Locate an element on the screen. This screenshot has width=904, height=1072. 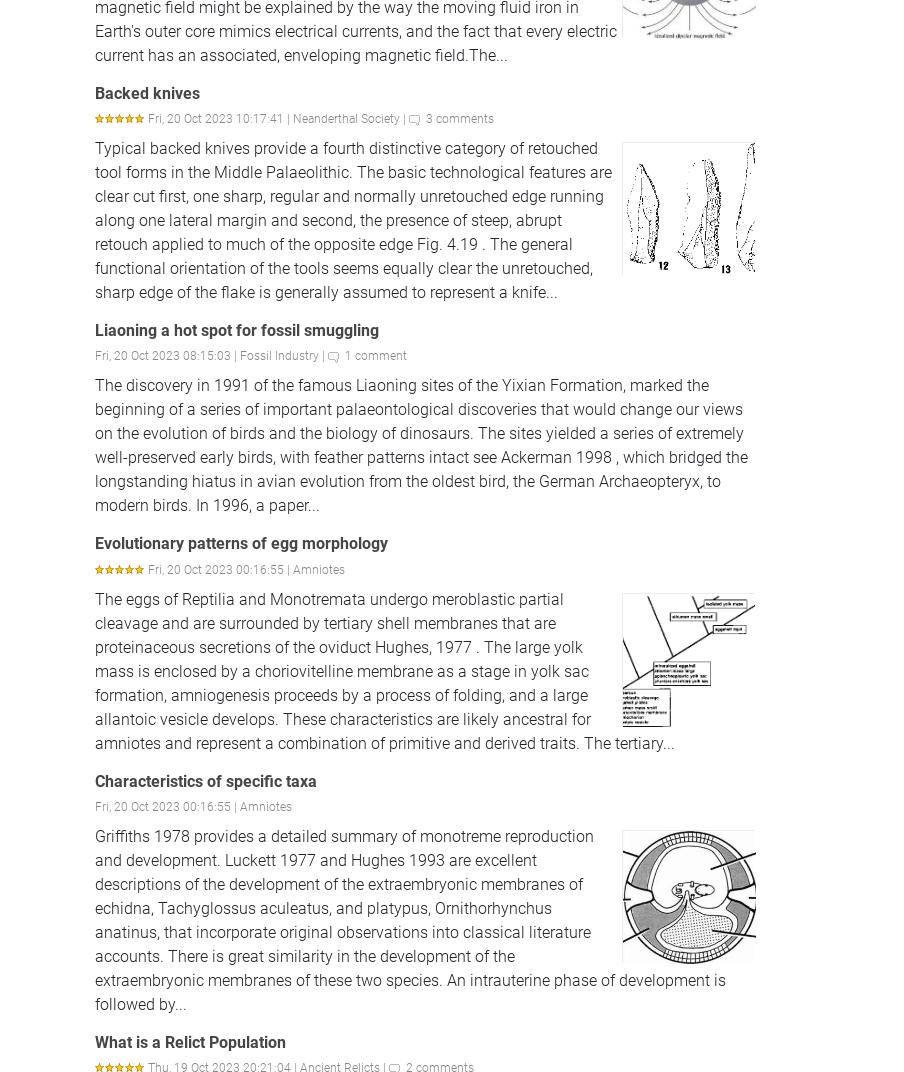
'Griffiths 1978 provides a detailed summary of monotreme reproduction and development. Luckett 1977 and Hughes 1993 are excellent descriptions of the development of the extraembryonic membranes of echidna, Tachyglossus aculeatus, and platypus, Ornithorhynchus anatinus, that incorporate original observations into classical literature accounts. There is great similarity in the development of the extraembryonic membranes of these two species. An intrauterine phase of development is followed by...' is located at coordinates (95, 919).